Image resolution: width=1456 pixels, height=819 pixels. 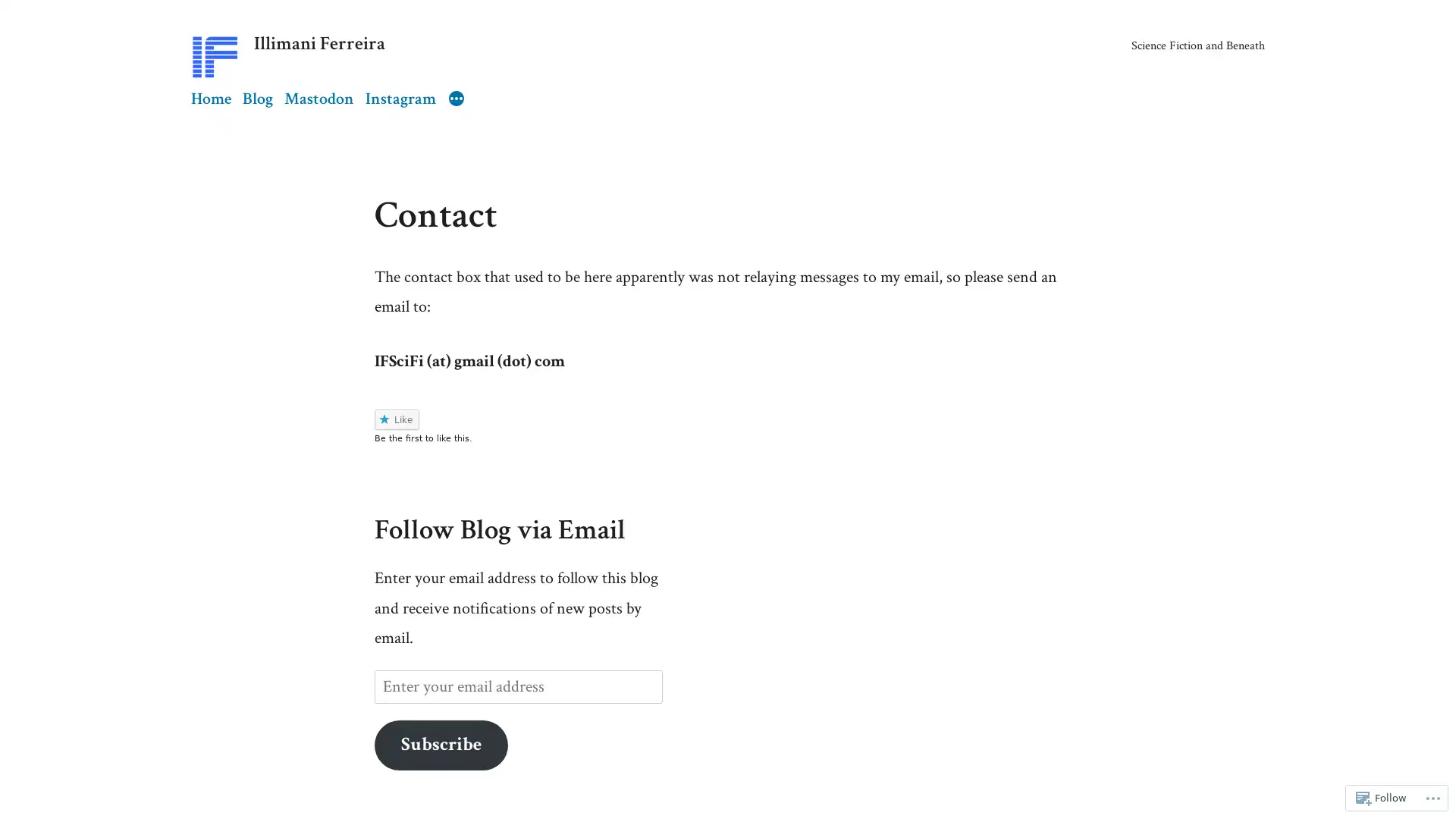 What do you see at coordinates (440, 744) in the screenshot?
I see `Subscribe` at bounding box center [440, 744].